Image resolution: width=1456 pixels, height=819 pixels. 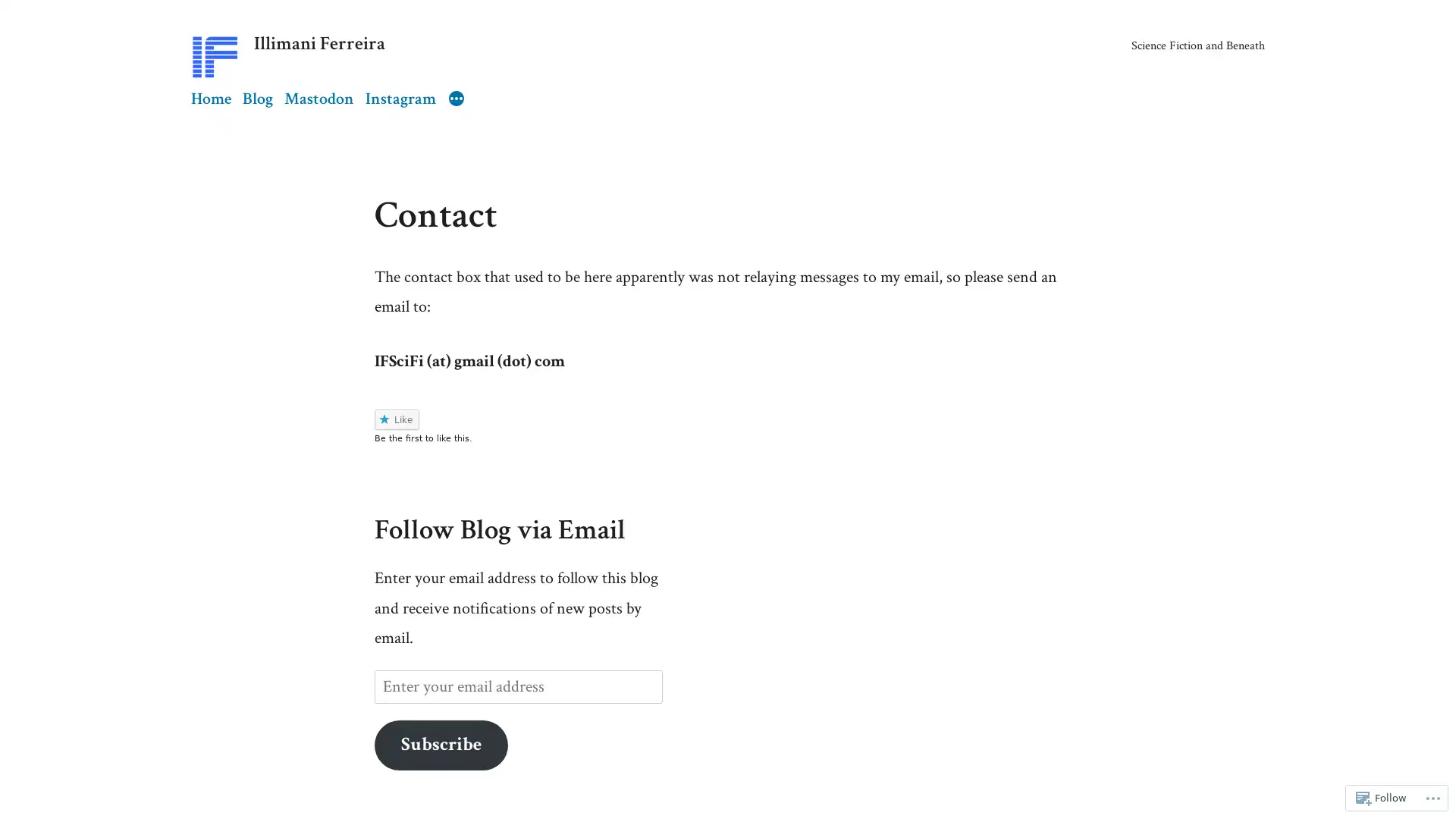 What do you see at coordinates (440, 744) in the screenshot?
I see `Subscribe` at bounding box center [440, 744].